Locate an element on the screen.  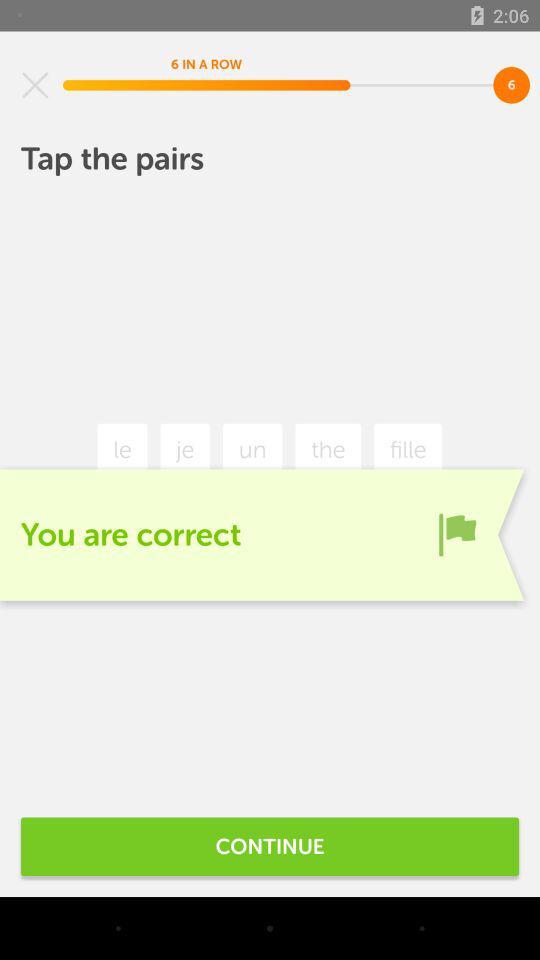
the star icon is located at coordinates (35, 85).